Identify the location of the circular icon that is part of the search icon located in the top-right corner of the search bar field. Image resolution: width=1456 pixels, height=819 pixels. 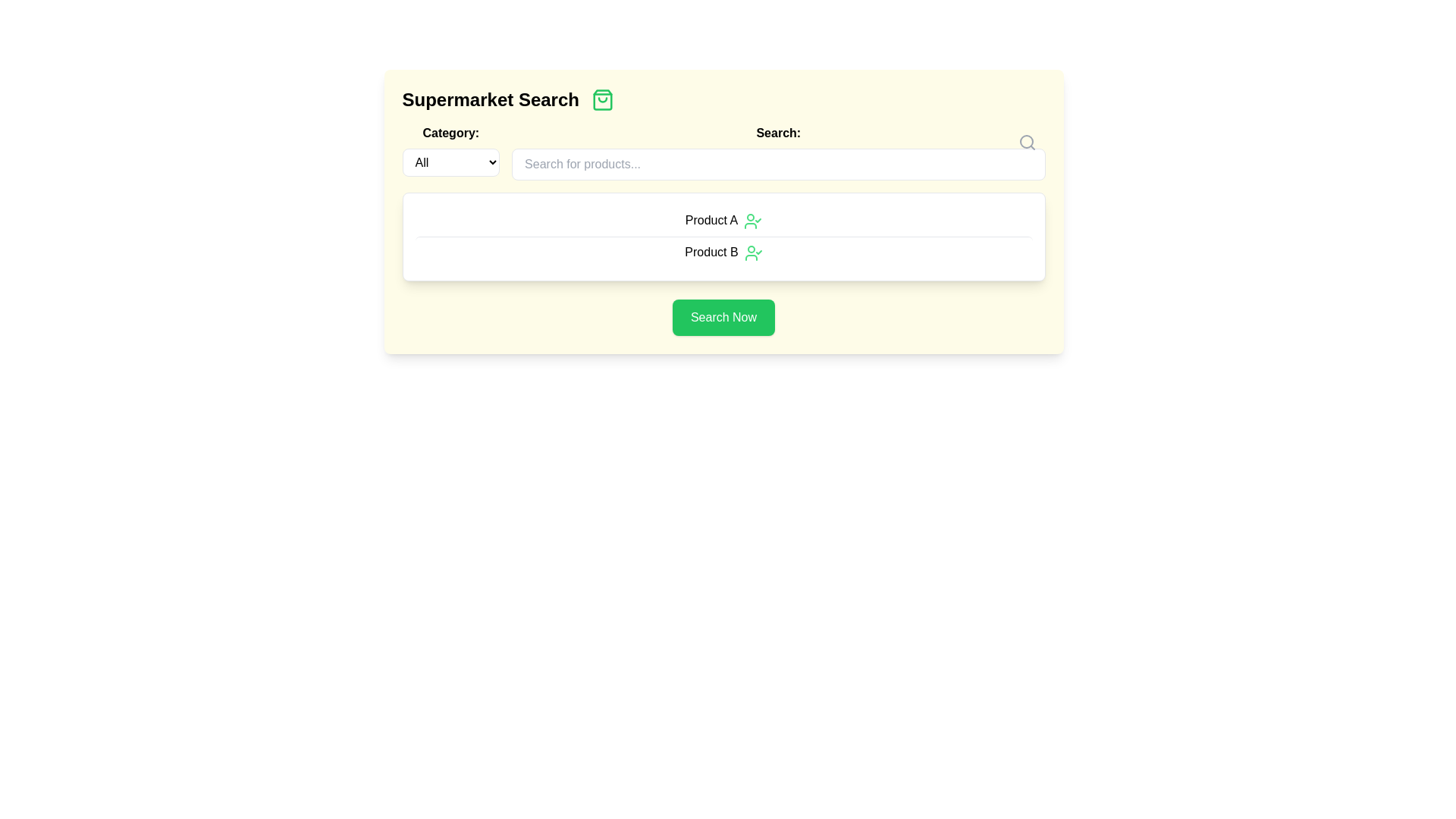
(1026, 141).